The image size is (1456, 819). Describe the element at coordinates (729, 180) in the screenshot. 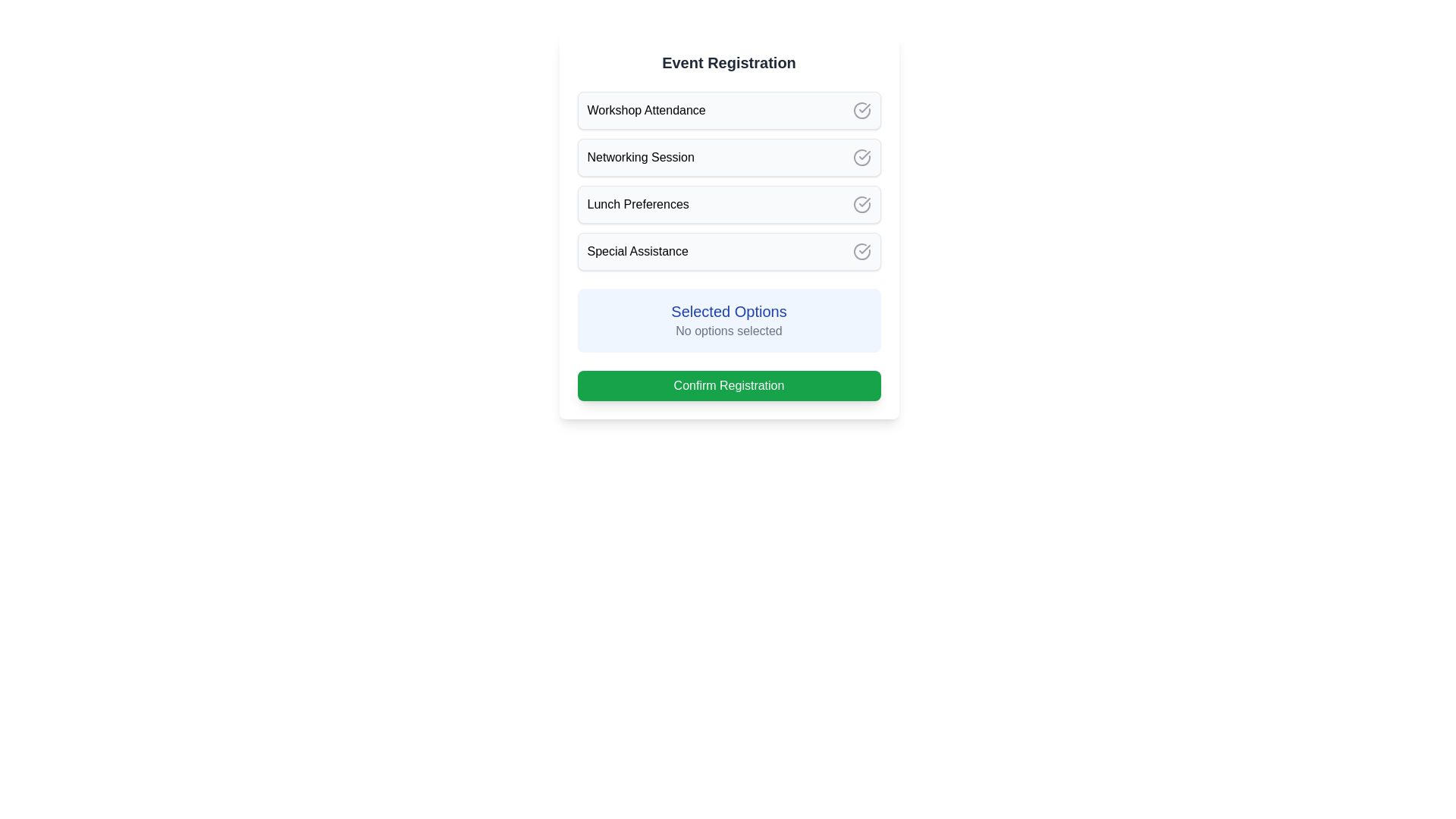

I see `the list component displaying selectable items for 'Workshop Attendance', 'Networking Session', 'Lunch Preferences', and 'Special Assistance'` at that location.